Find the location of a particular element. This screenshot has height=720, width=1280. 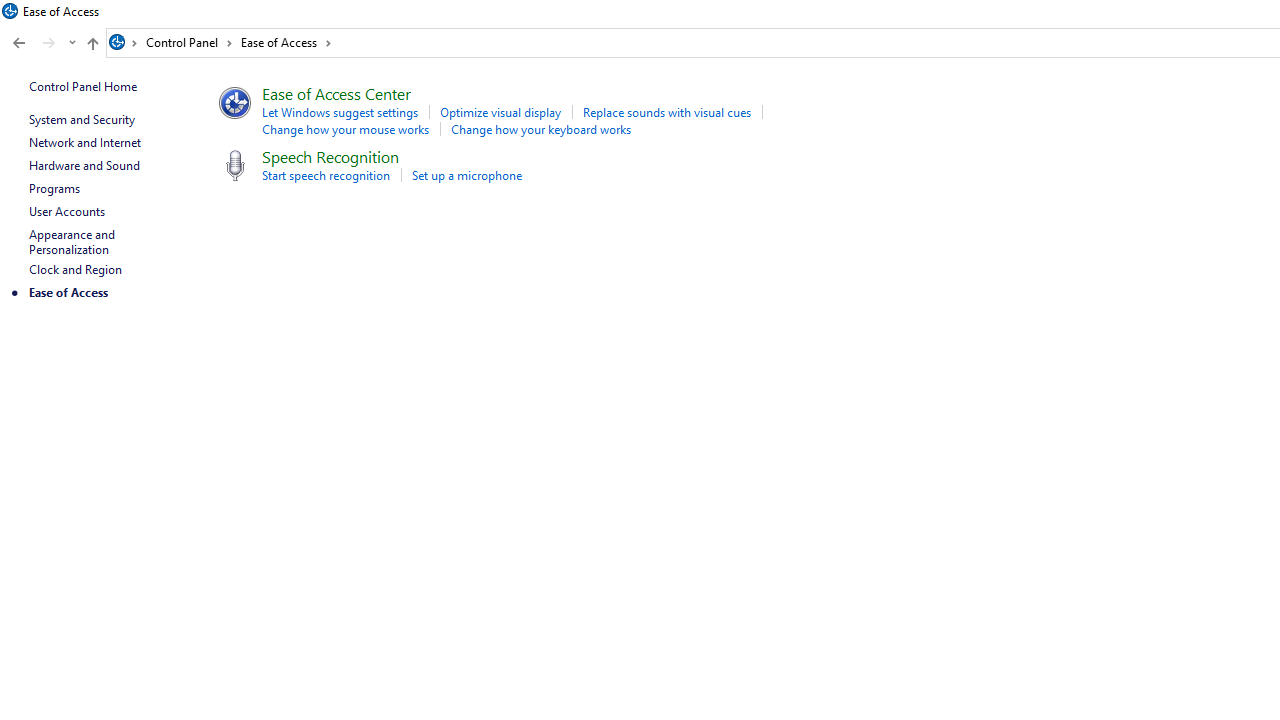

'Change how your keyboard works' is located at coordinates (541, 129).